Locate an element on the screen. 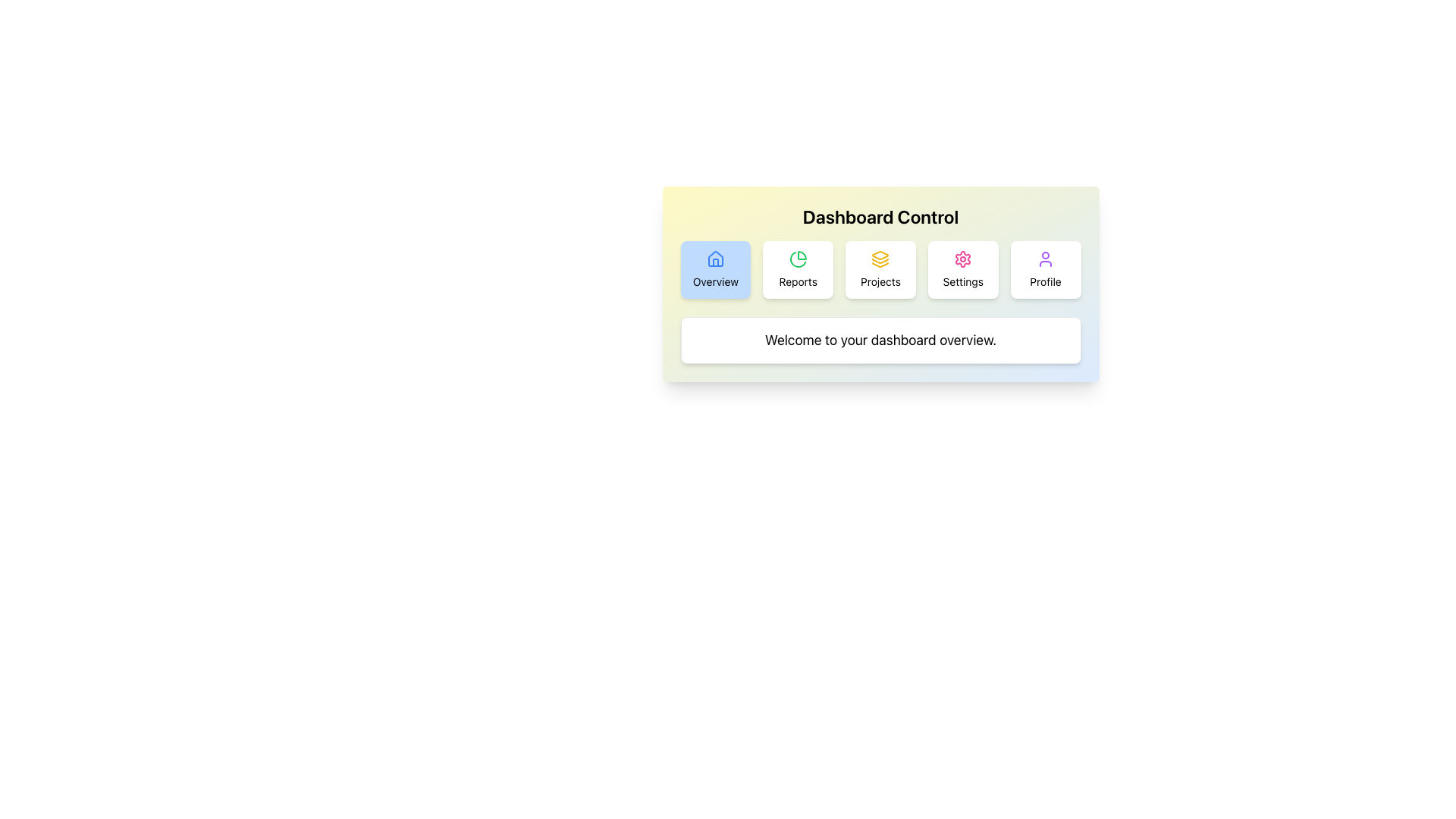  the user profile icon, which is a circular head and partial body silhouette styled in a line-drawn manner with purple lines, located in the Profile card section at the bottom-right corner of the dashboard interface is located at coordinates (1045, 259).